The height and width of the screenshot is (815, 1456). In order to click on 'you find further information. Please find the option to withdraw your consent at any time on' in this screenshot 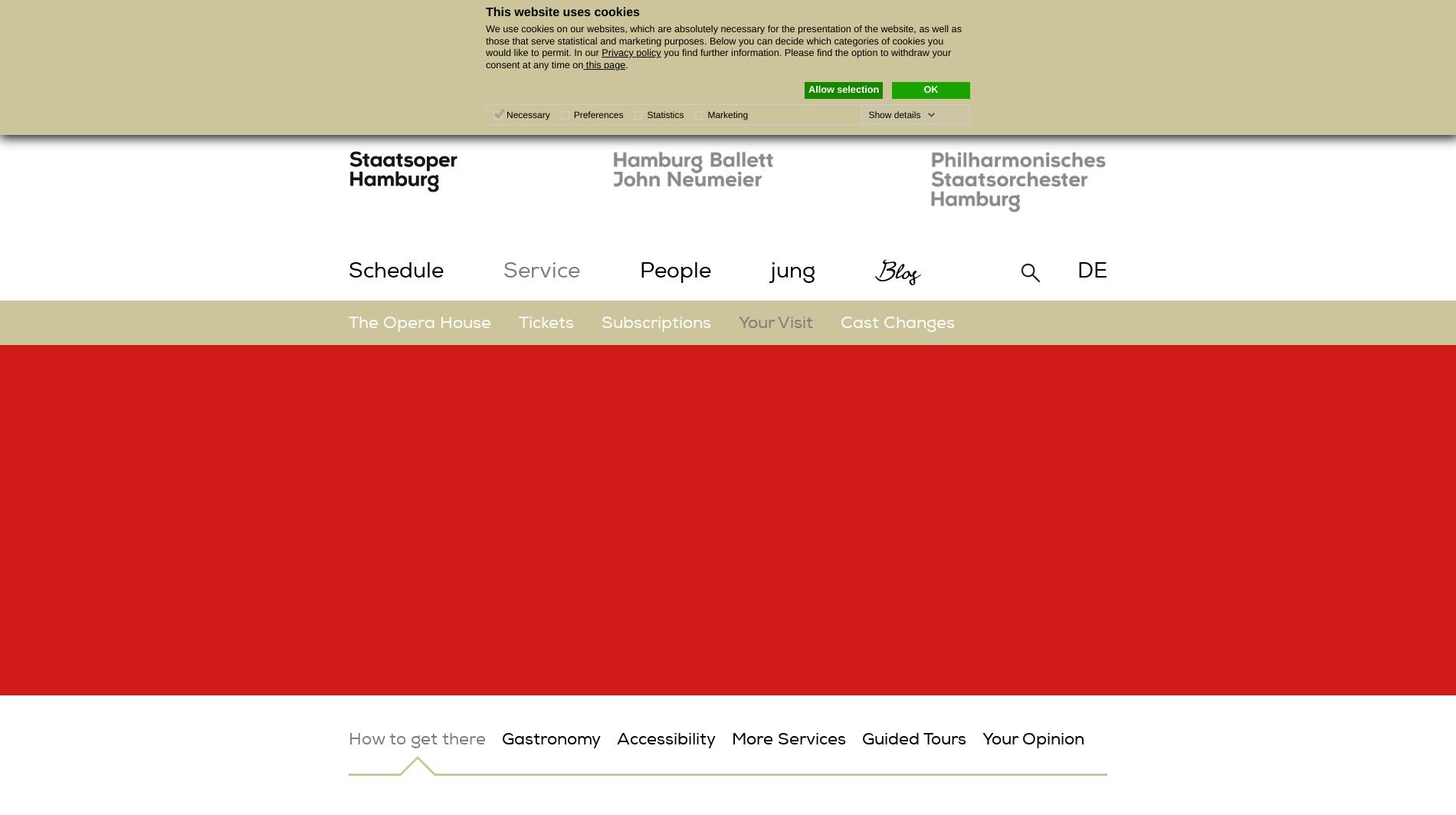, I will do `click(717, 58)`.